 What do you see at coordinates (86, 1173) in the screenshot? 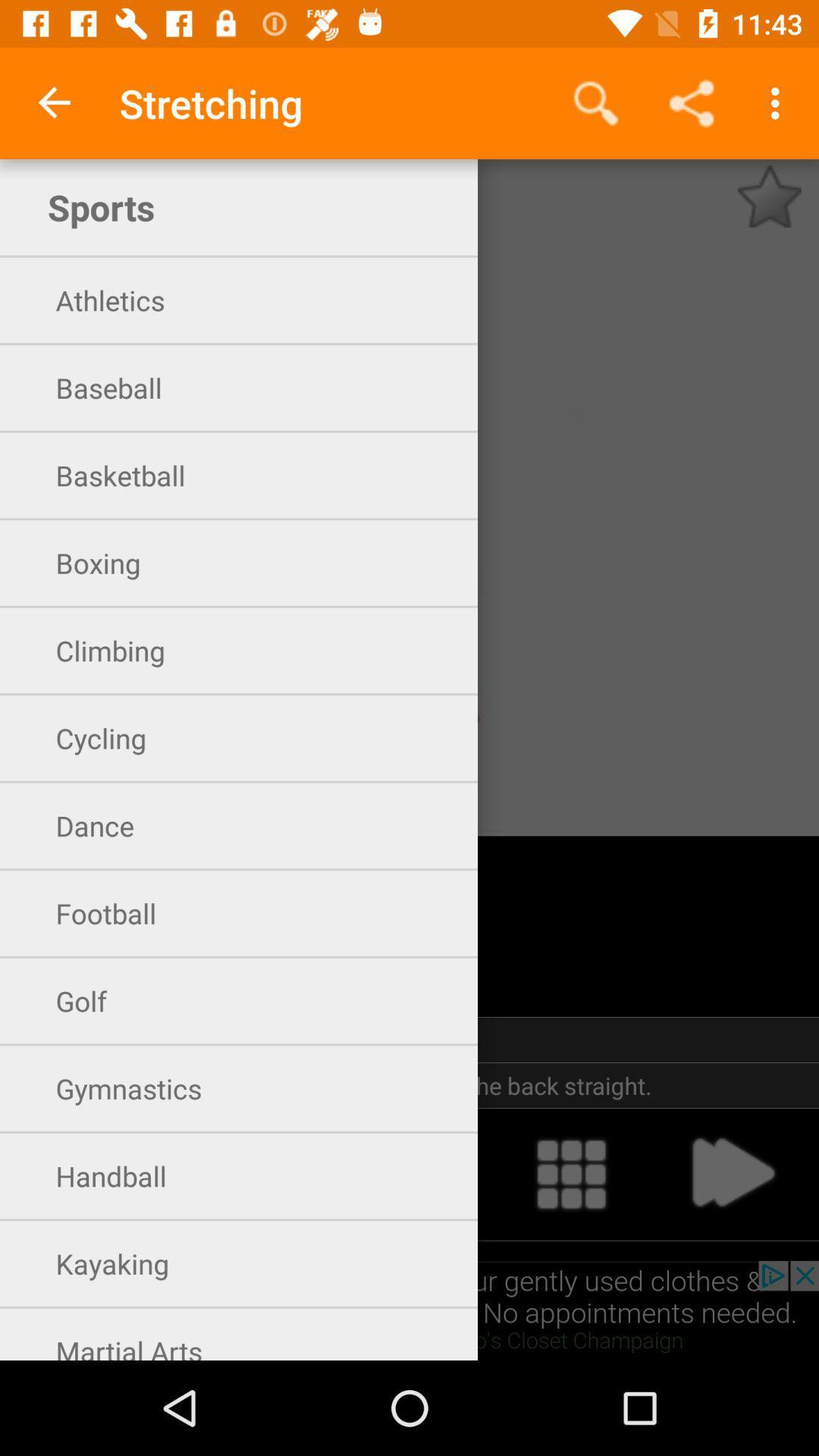
I see `handball` at bounding box center [86, 1173].